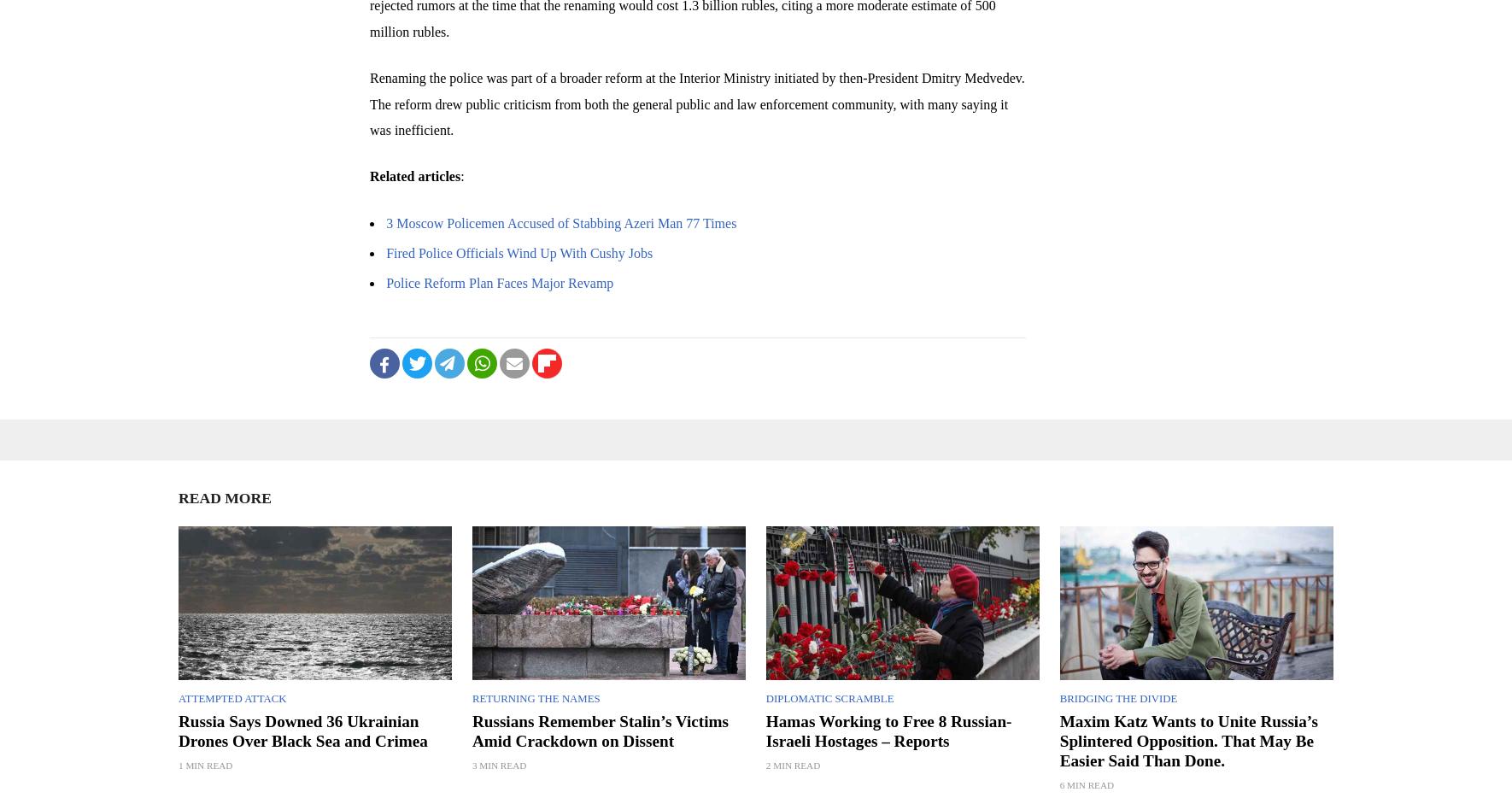  I want to click on '1 Min read', so click(179, 764).